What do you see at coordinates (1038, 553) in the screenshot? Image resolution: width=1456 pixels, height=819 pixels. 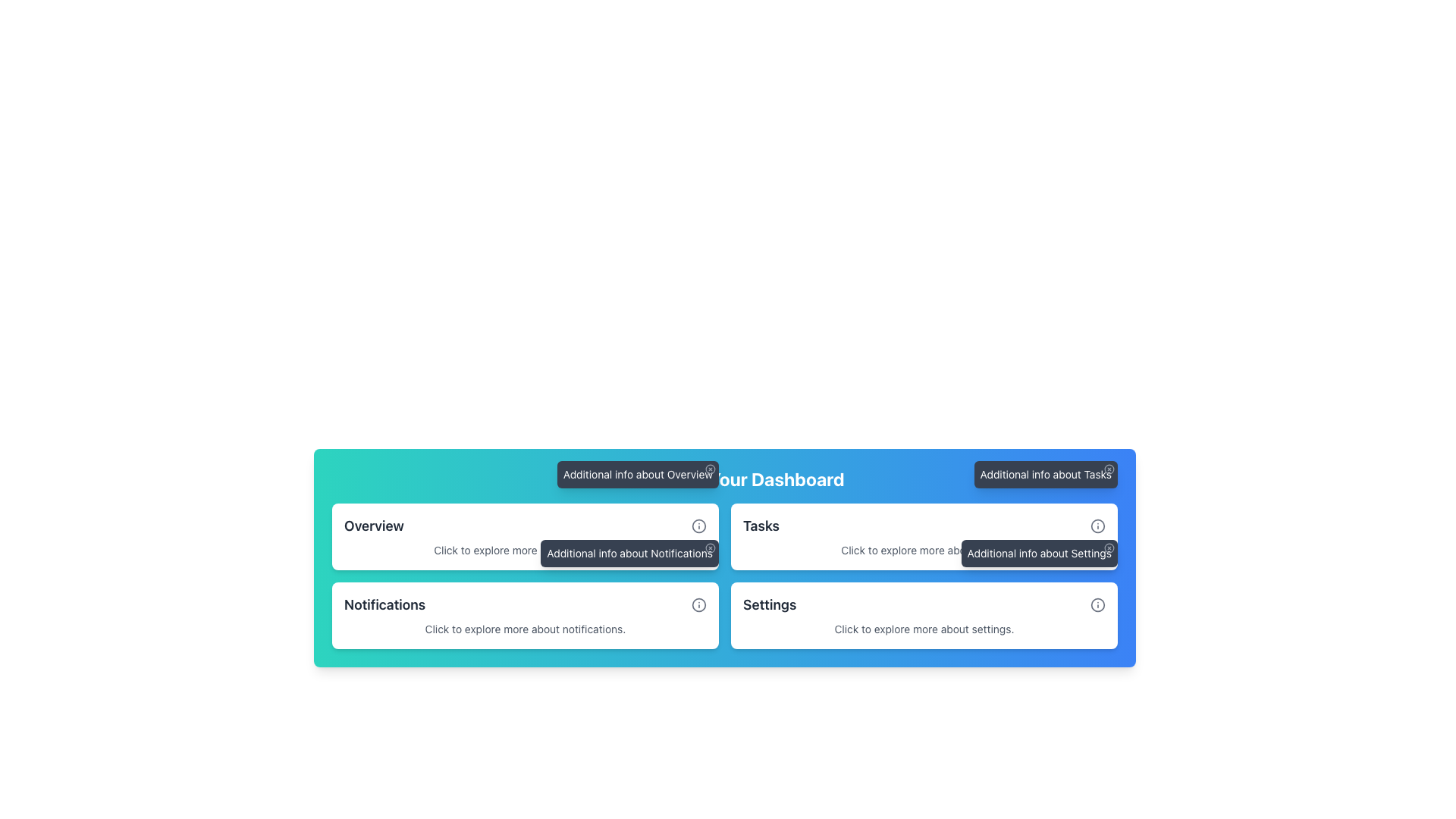 I see `the 'X' icon located in the Tooltip above the 'Settings' section` at bounding box center [1038, 553].